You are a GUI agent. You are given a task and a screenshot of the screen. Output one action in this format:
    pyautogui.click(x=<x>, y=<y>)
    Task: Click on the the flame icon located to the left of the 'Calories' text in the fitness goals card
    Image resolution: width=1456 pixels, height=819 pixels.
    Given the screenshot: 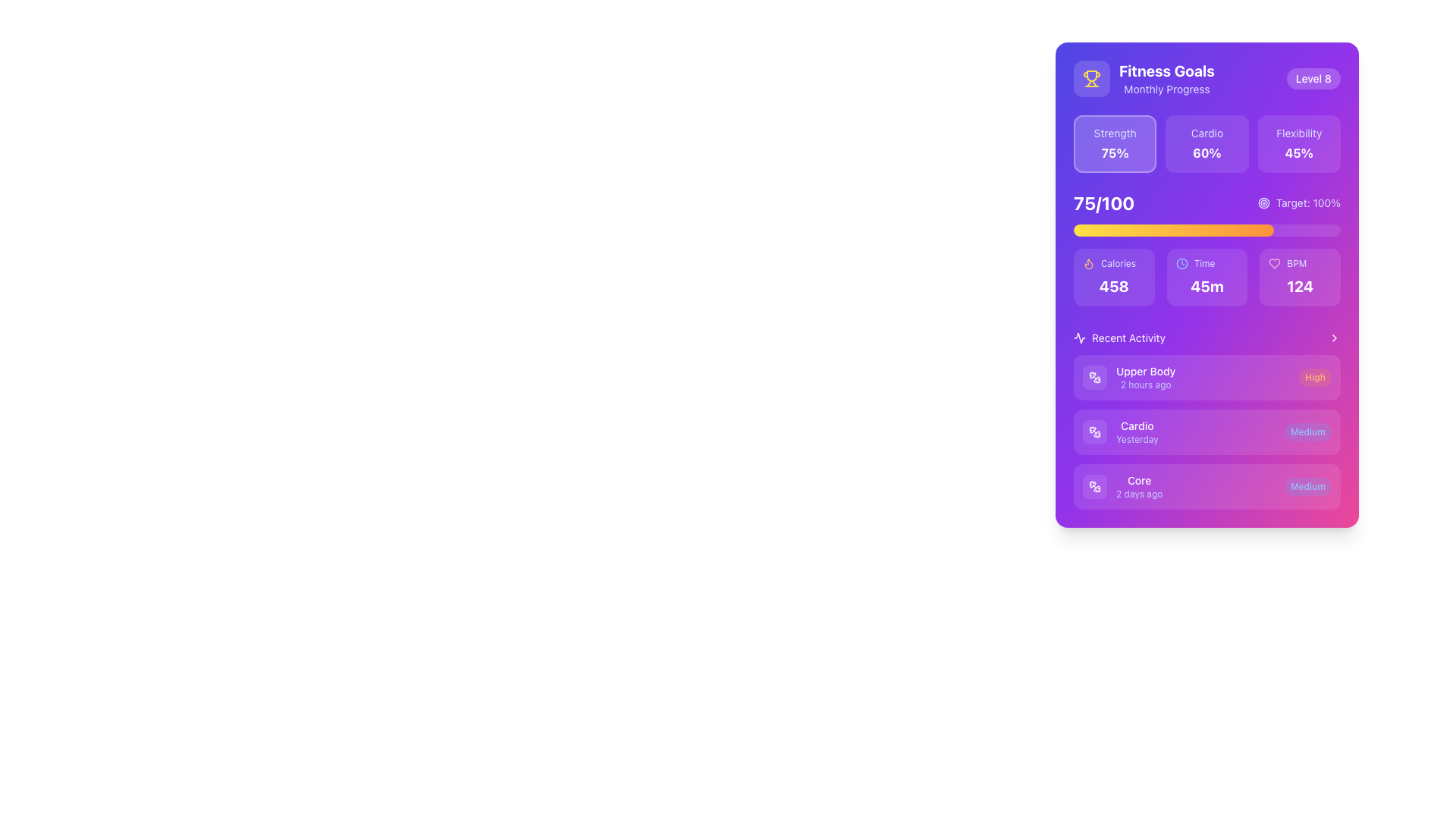 What is the action you would take?
    pyautogui.click(x=1087, y=262)
    